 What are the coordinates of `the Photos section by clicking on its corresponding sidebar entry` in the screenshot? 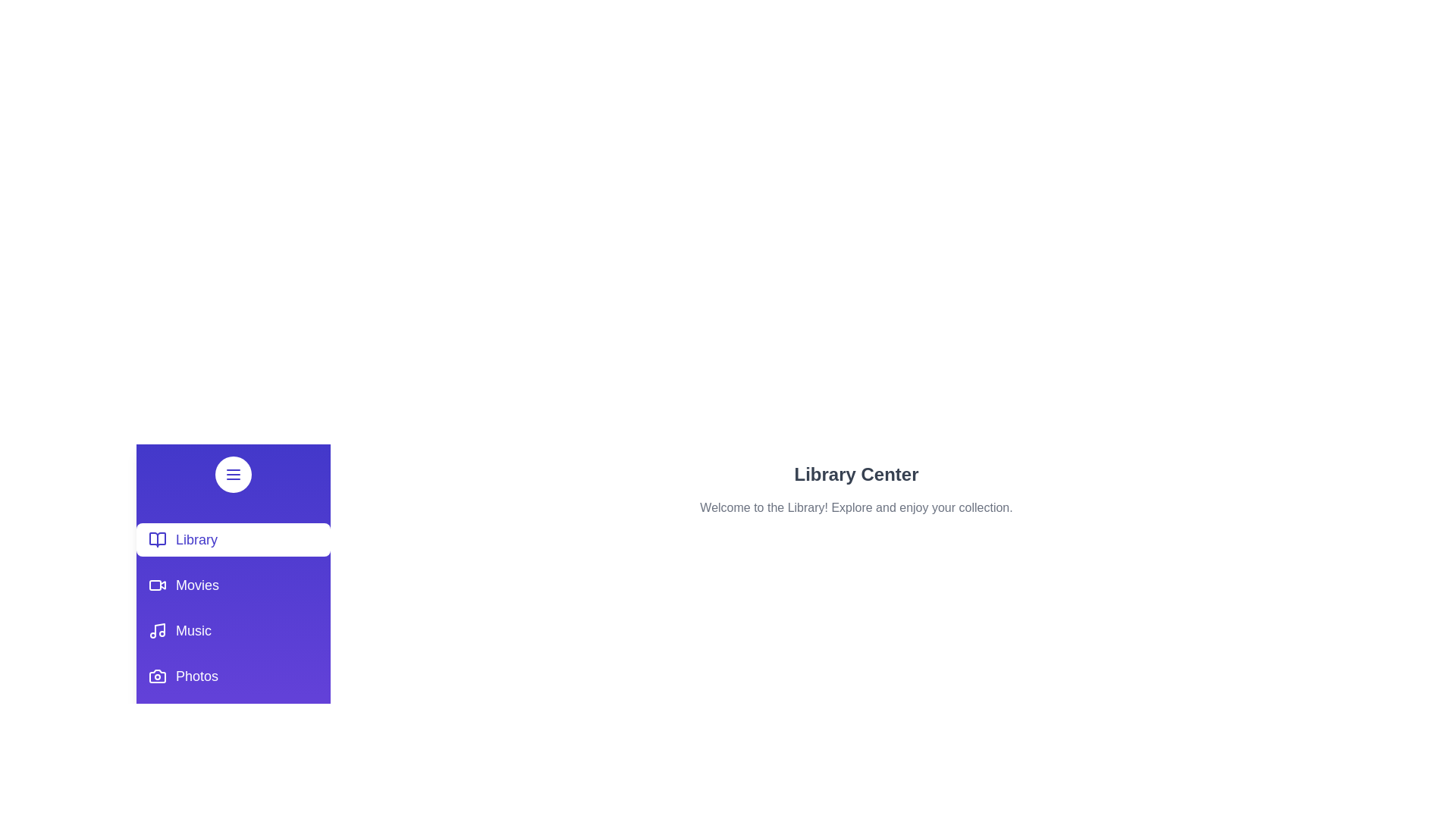 It's located at (232, 675).